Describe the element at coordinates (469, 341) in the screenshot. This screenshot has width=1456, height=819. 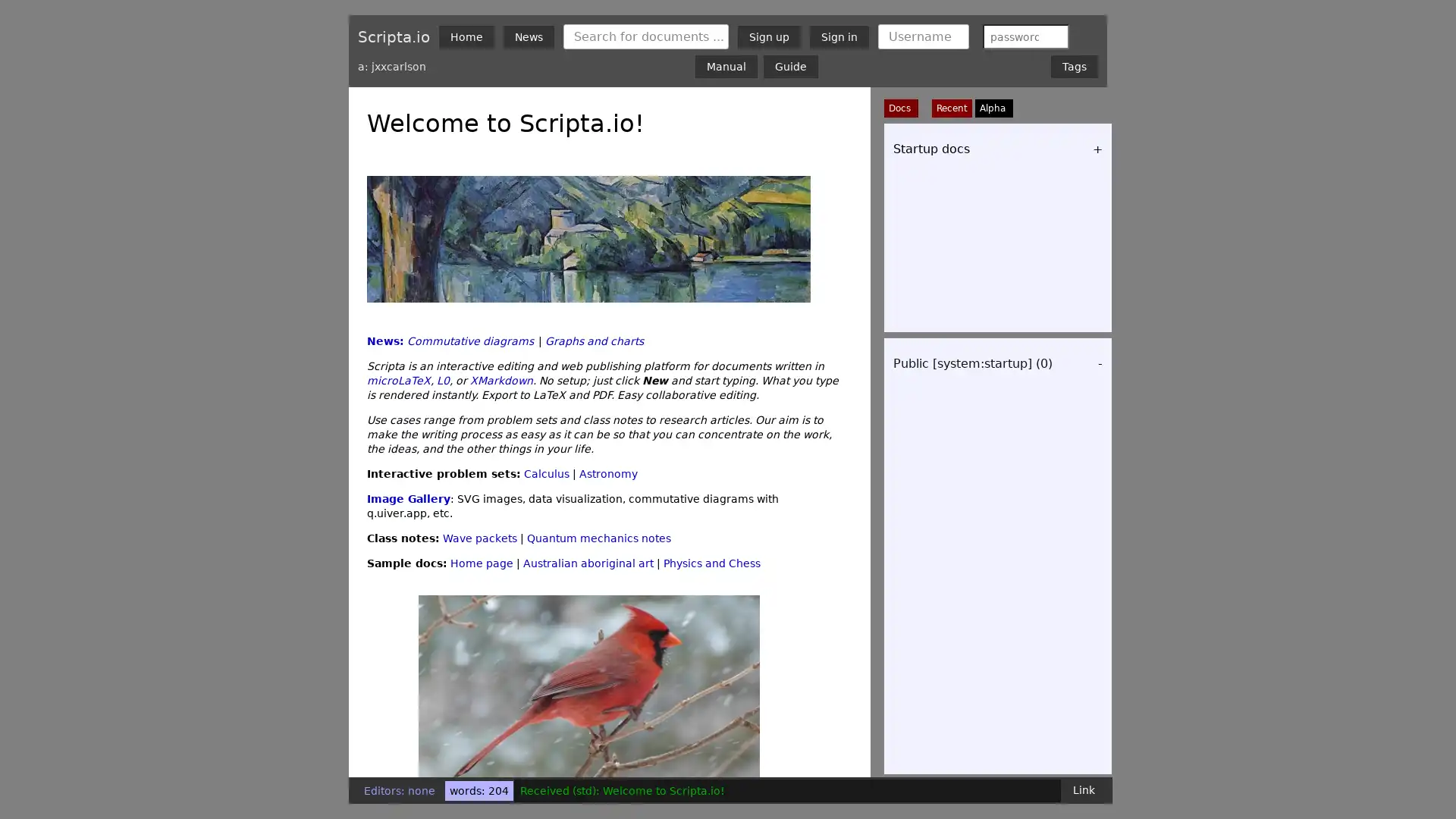
I see `Commutative diagrams` at that location.